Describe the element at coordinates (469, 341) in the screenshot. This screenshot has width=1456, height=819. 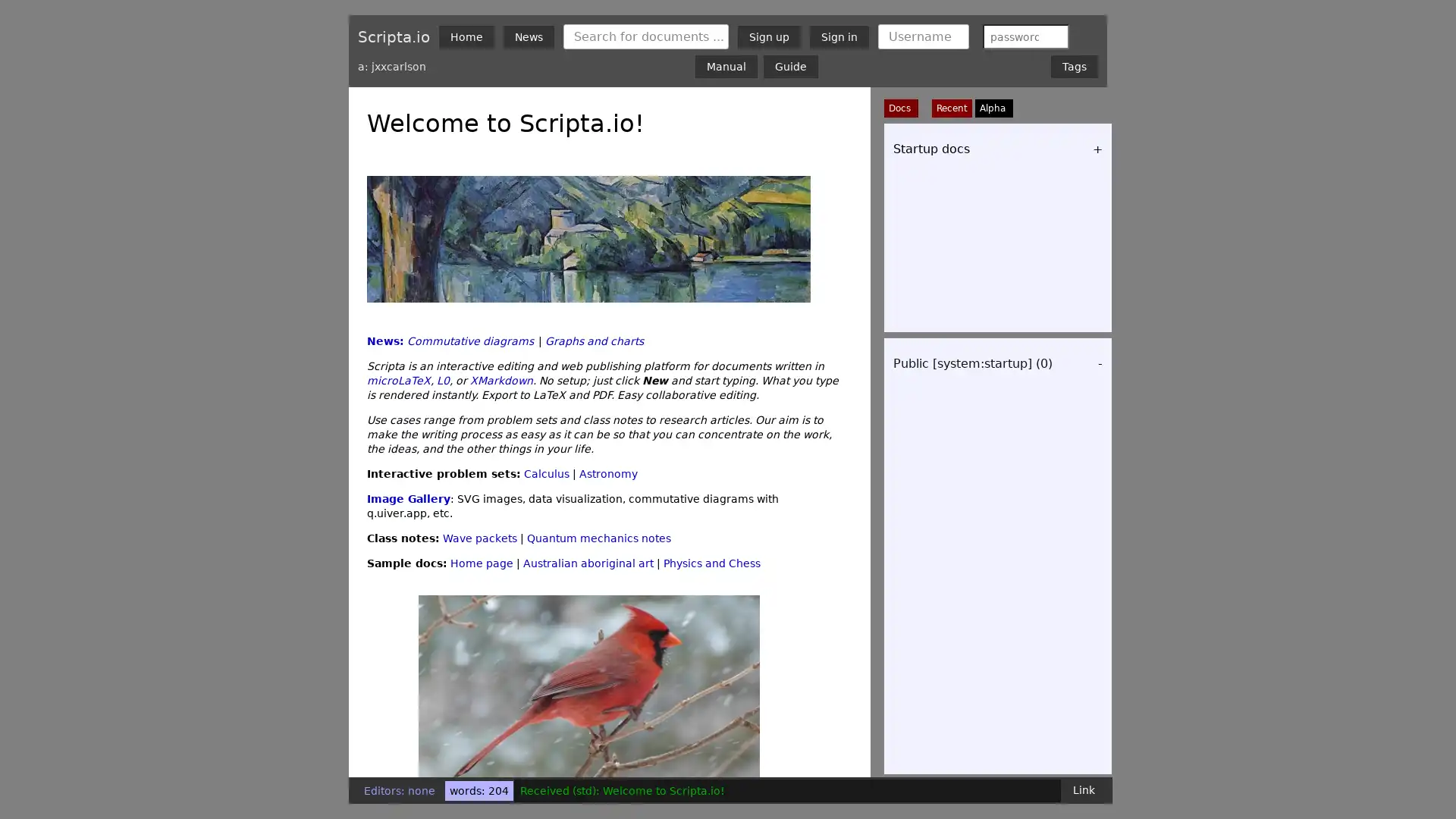
I see `Commutative diagrams` at that location.